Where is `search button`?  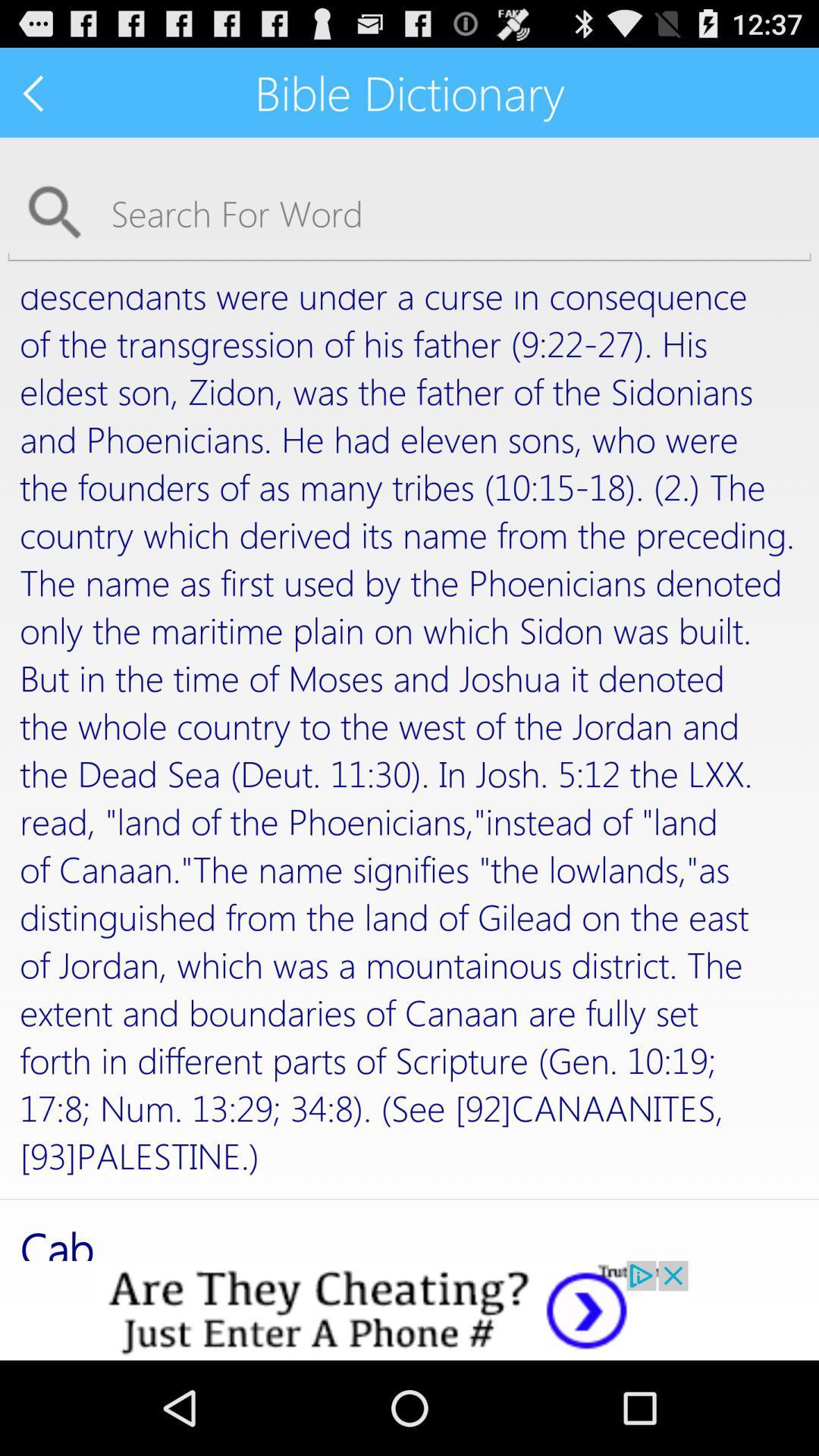 search button is located at coordinates (409, 212).